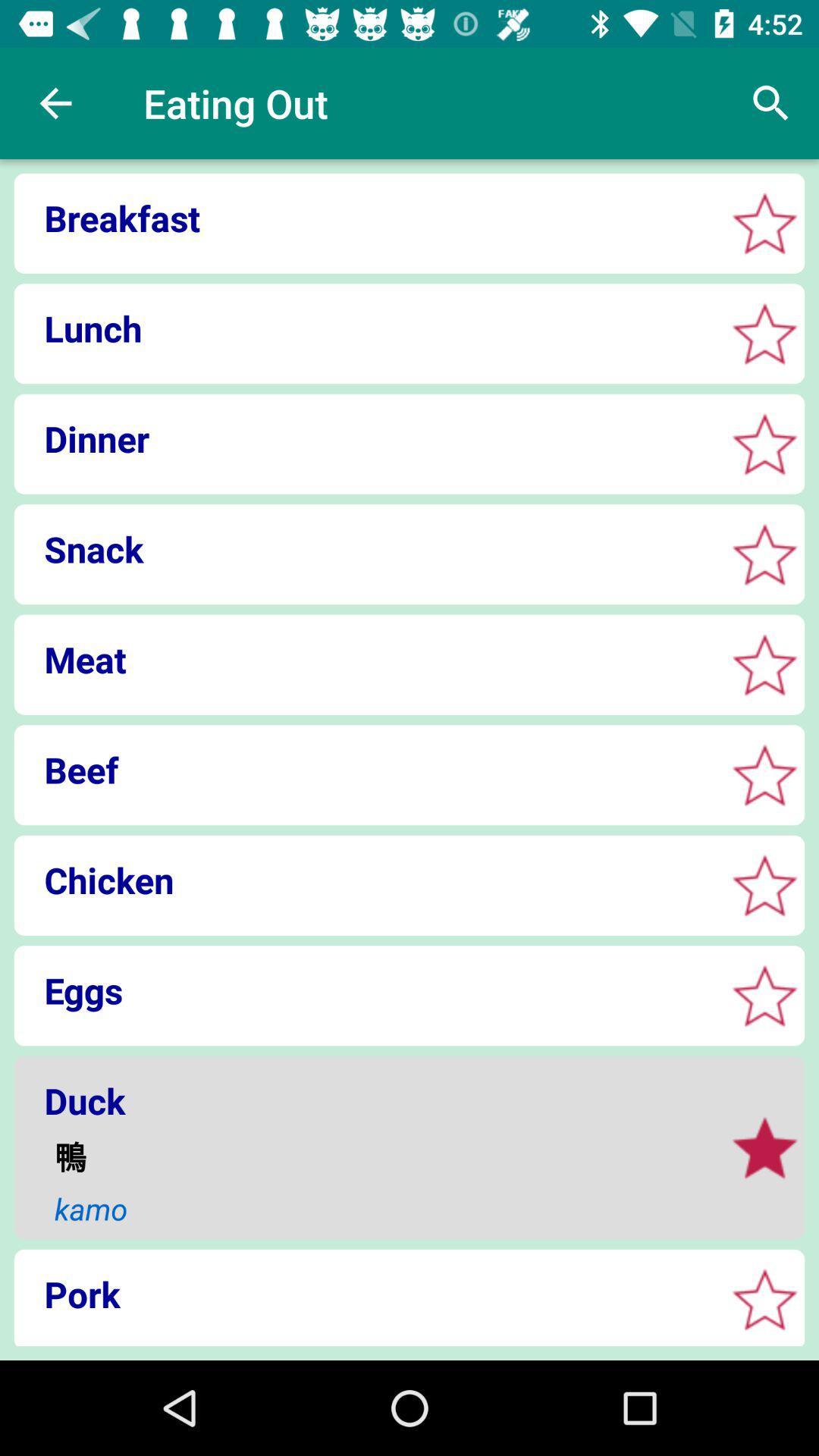 The height and width of the screenshot is (1456, 819). I want to click on favorite, so click(764, 554).